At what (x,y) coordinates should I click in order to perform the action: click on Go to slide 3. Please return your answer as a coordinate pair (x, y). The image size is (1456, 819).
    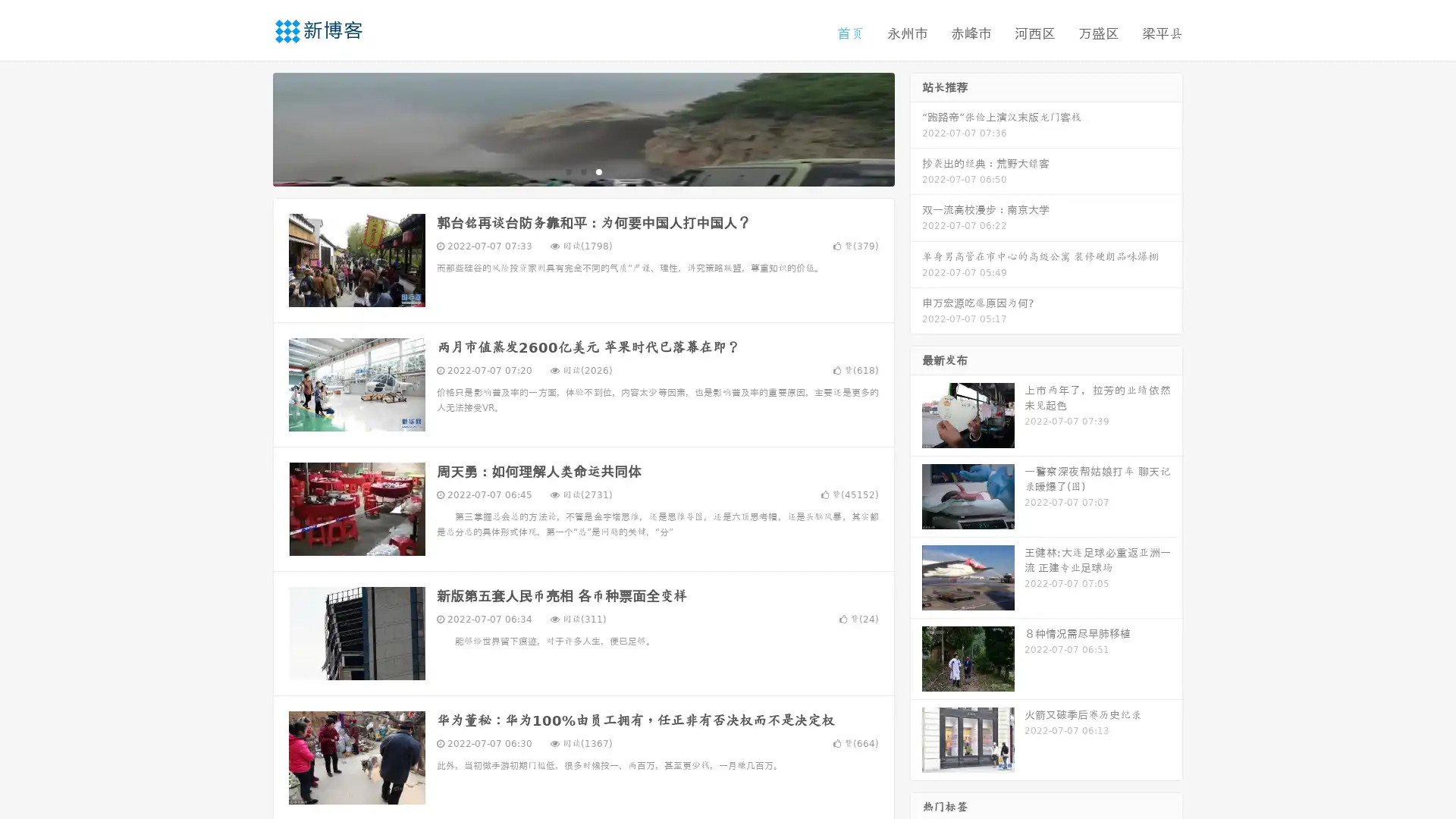
    Looking at the image, I should click on (598, 171).